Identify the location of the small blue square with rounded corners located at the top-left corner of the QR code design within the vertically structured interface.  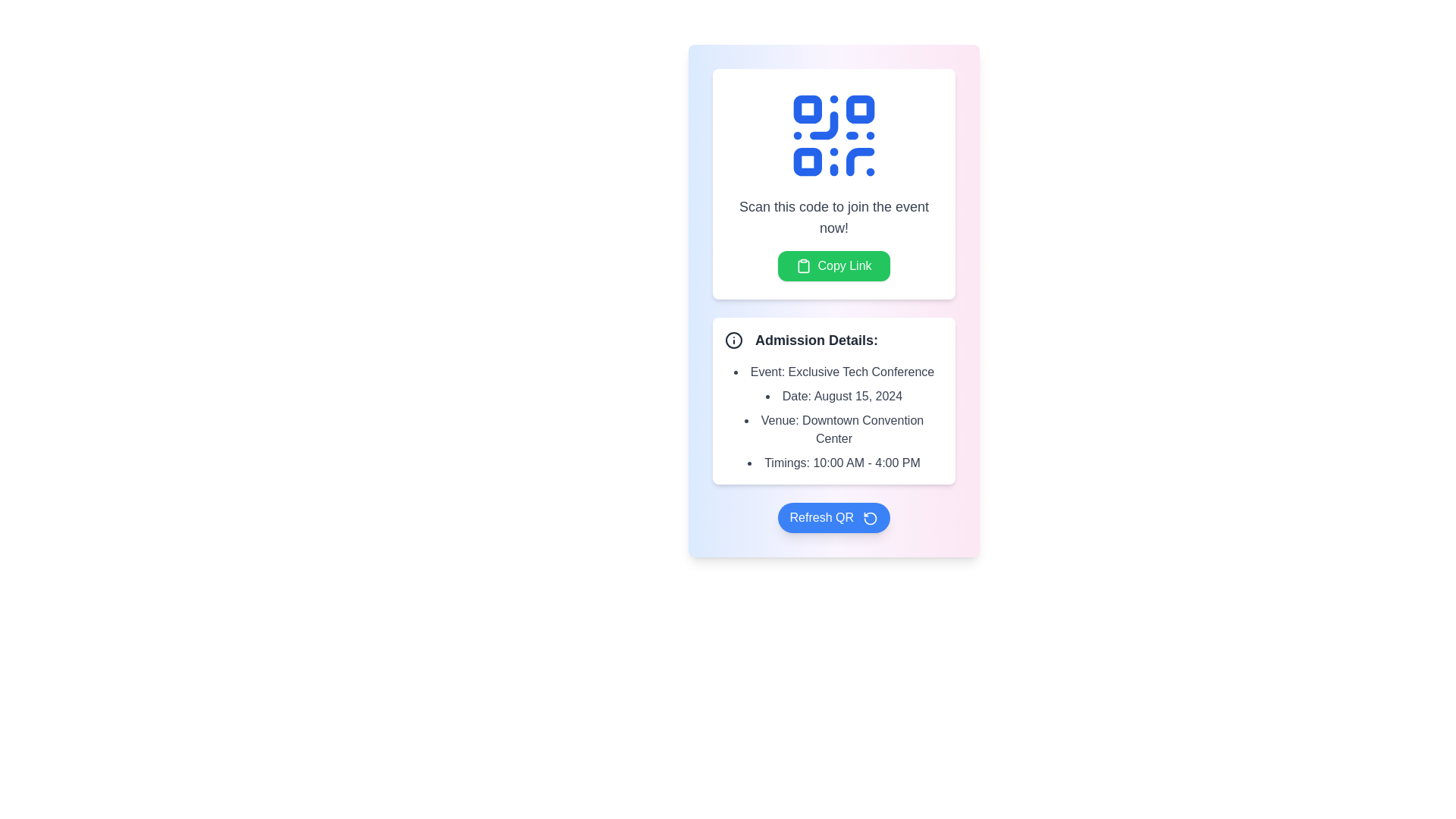
(807, 108).